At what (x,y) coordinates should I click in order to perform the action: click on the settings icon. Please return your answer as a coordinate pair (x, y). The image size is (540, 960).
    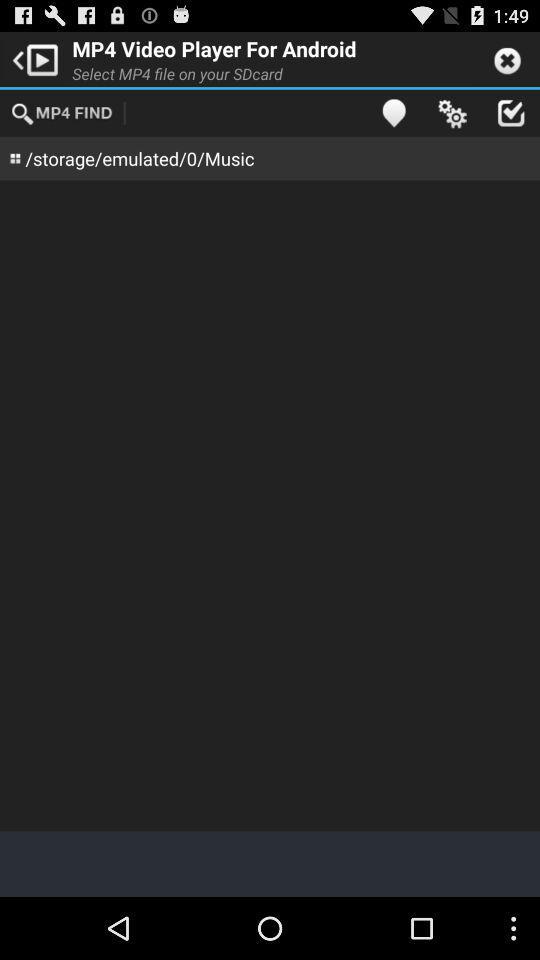
    Looking at the image, I should click on (452, 120).